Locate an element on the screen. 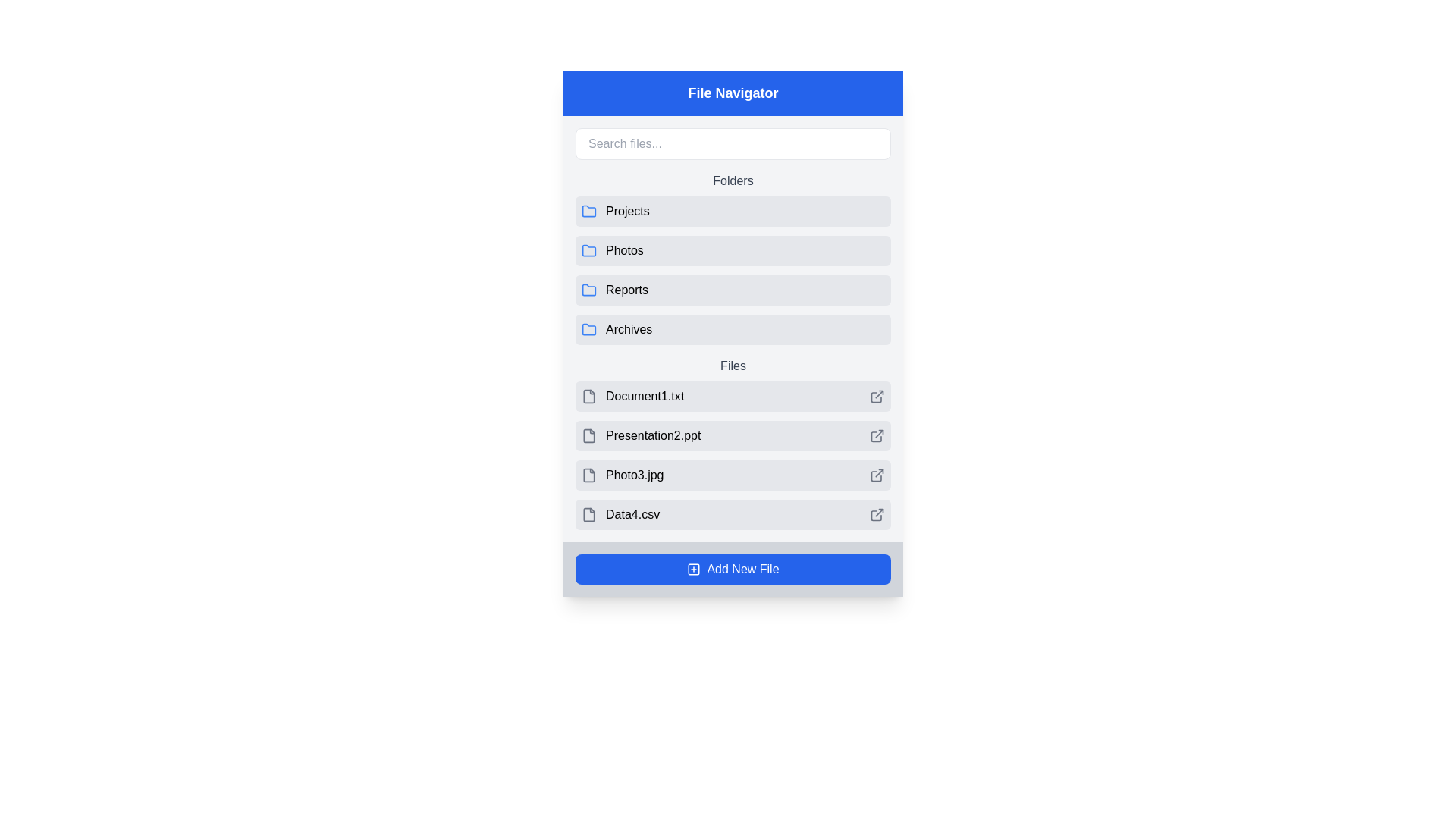 This screenshot has height=819, width=1456. the label is located at coordinates (742, 570).